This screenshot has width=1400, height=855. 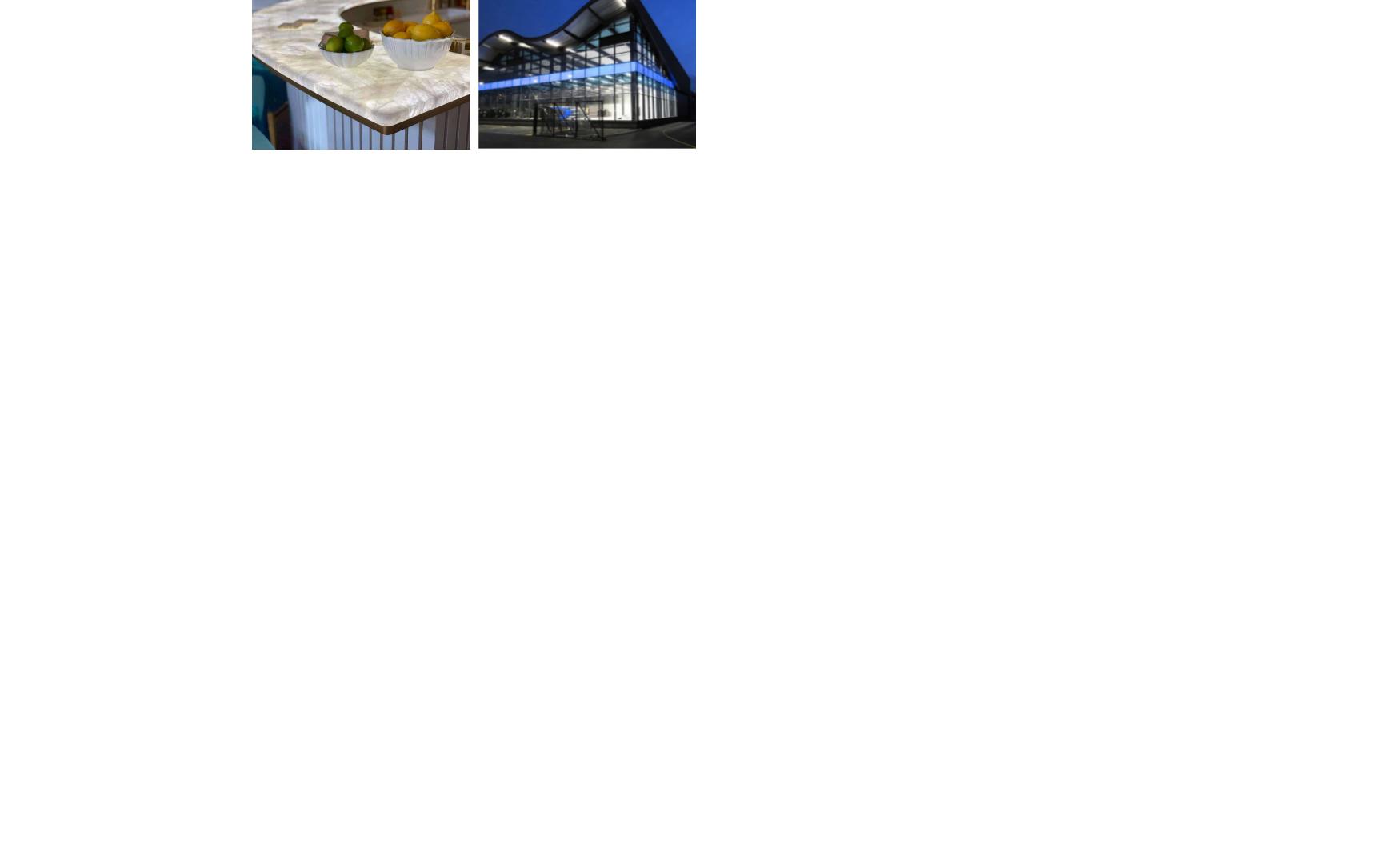 What do you see at coordinates (578, 190) in the screenshot?
I see `'Bespoke LED Lightboxes by Addlux'` at bounding box center [578, 190].